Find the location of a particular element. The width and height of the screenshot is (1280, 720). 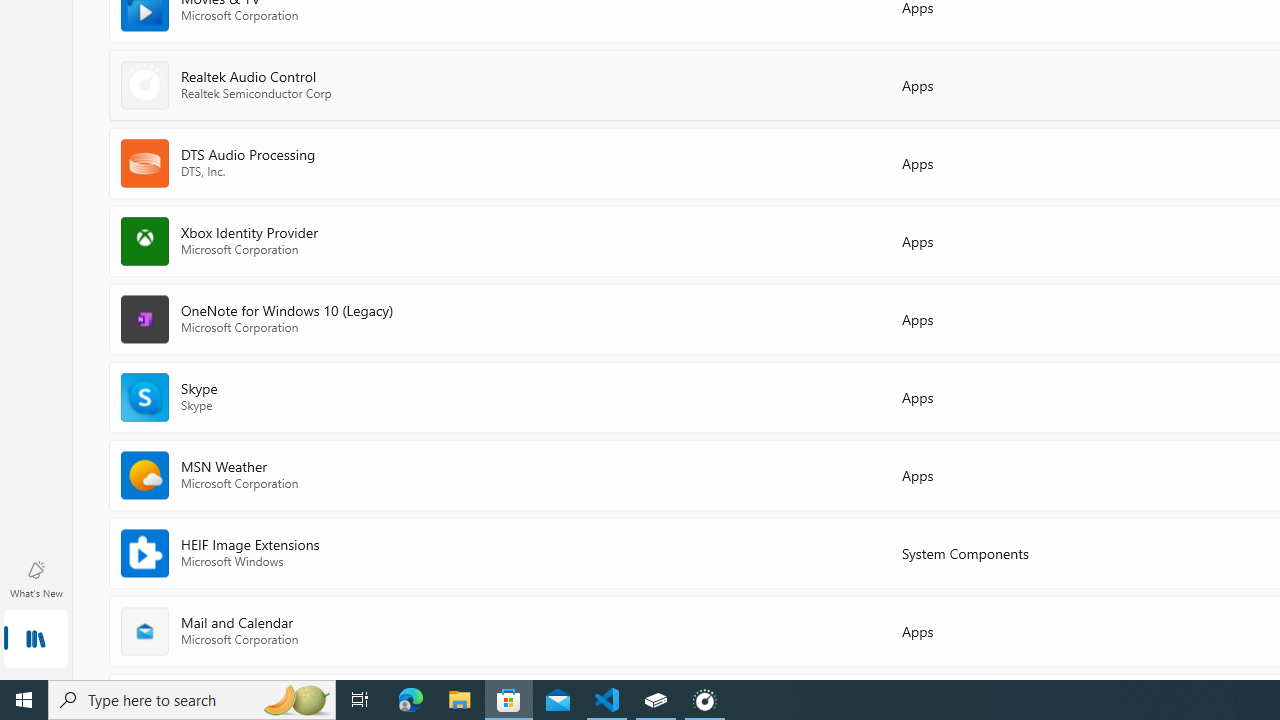

'Library' is located at coordinates (35, 640).